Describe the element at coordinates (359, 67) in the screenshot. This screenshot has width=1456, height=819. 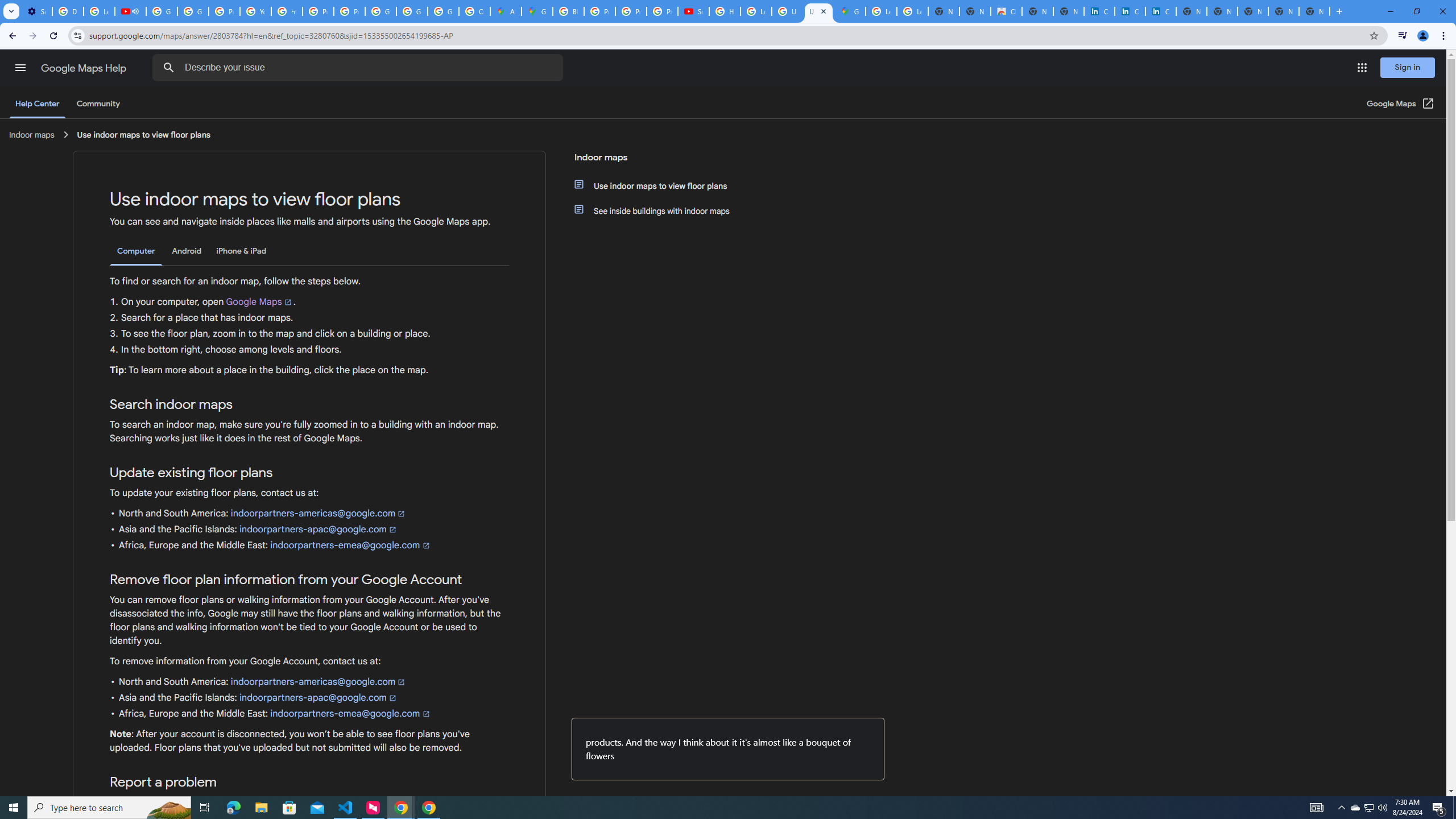
I see `'Describe your issue'` at that location.